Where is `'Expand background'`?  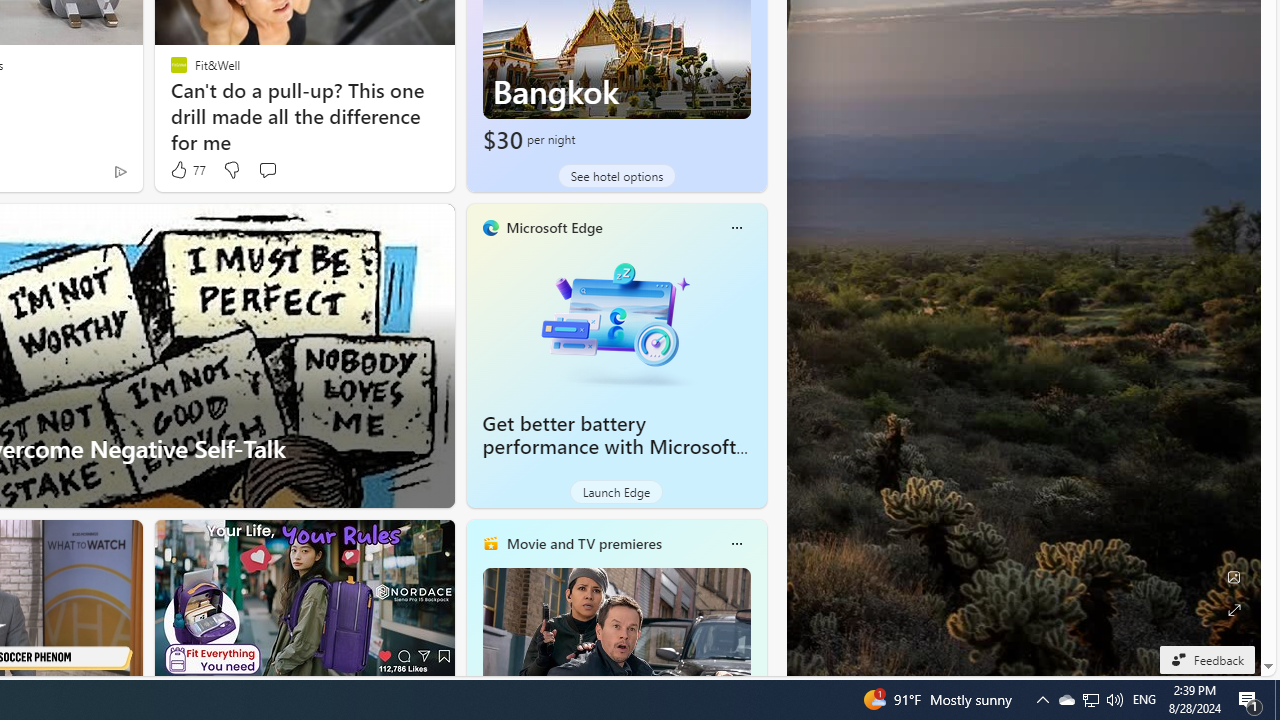
'Expand background' is located at coordinates (1232, 609).